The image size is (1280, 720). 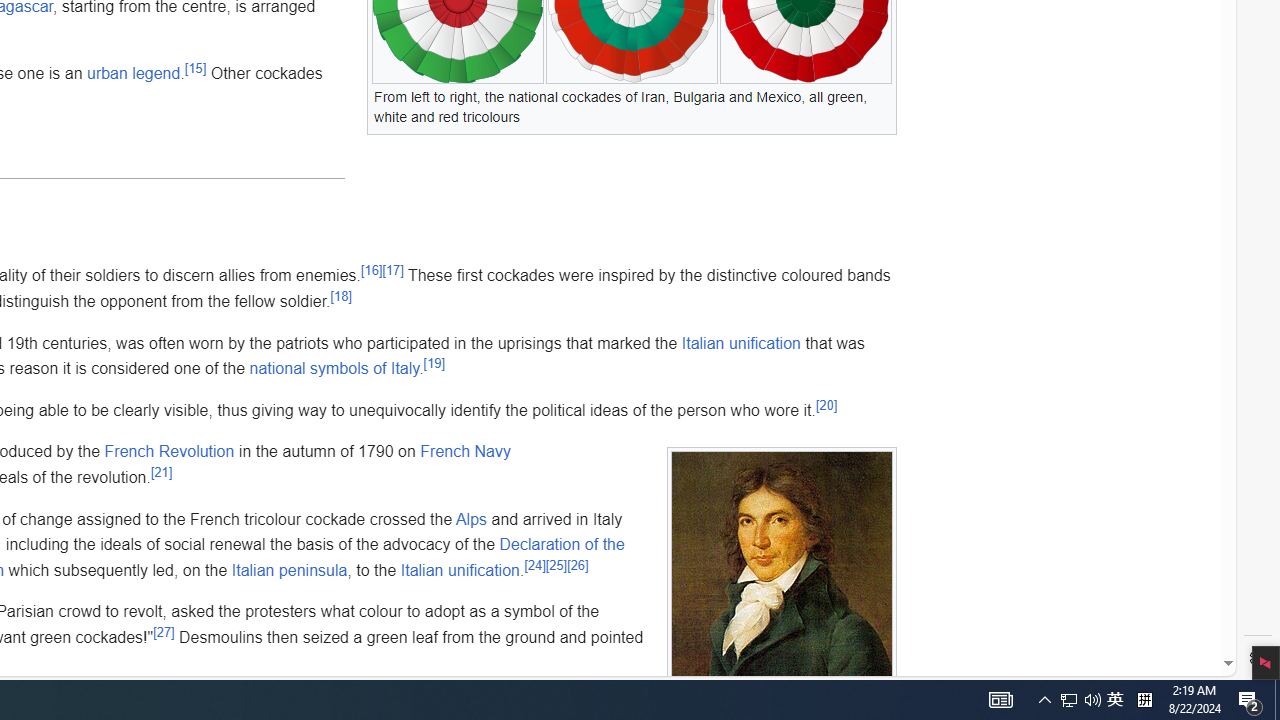 I want to click on 'French Navy', so click(x=464, y=451).